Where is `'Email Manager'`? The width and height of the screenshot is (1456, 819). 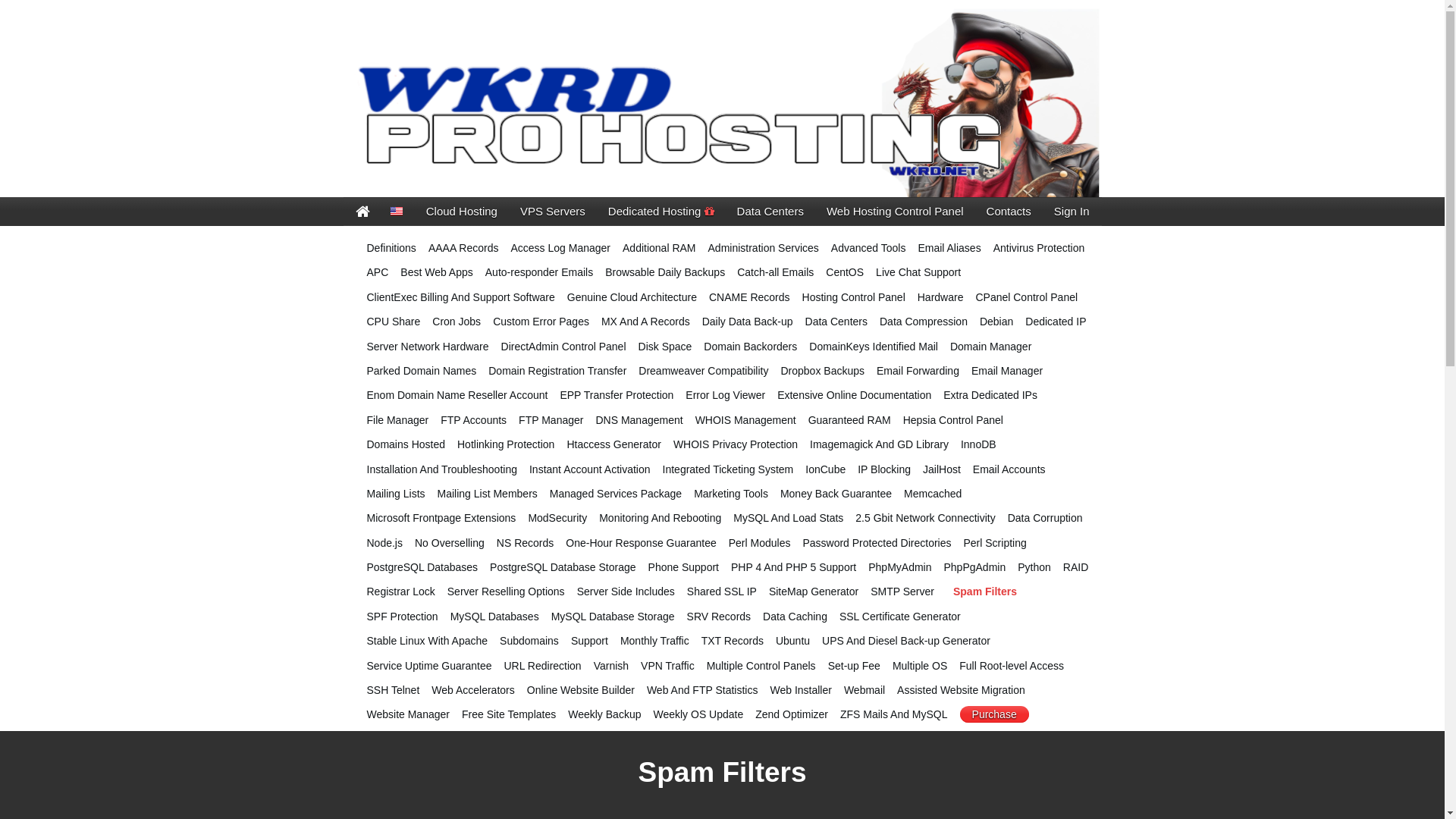
'Email Manager' is located at coordinates (1007, 371).